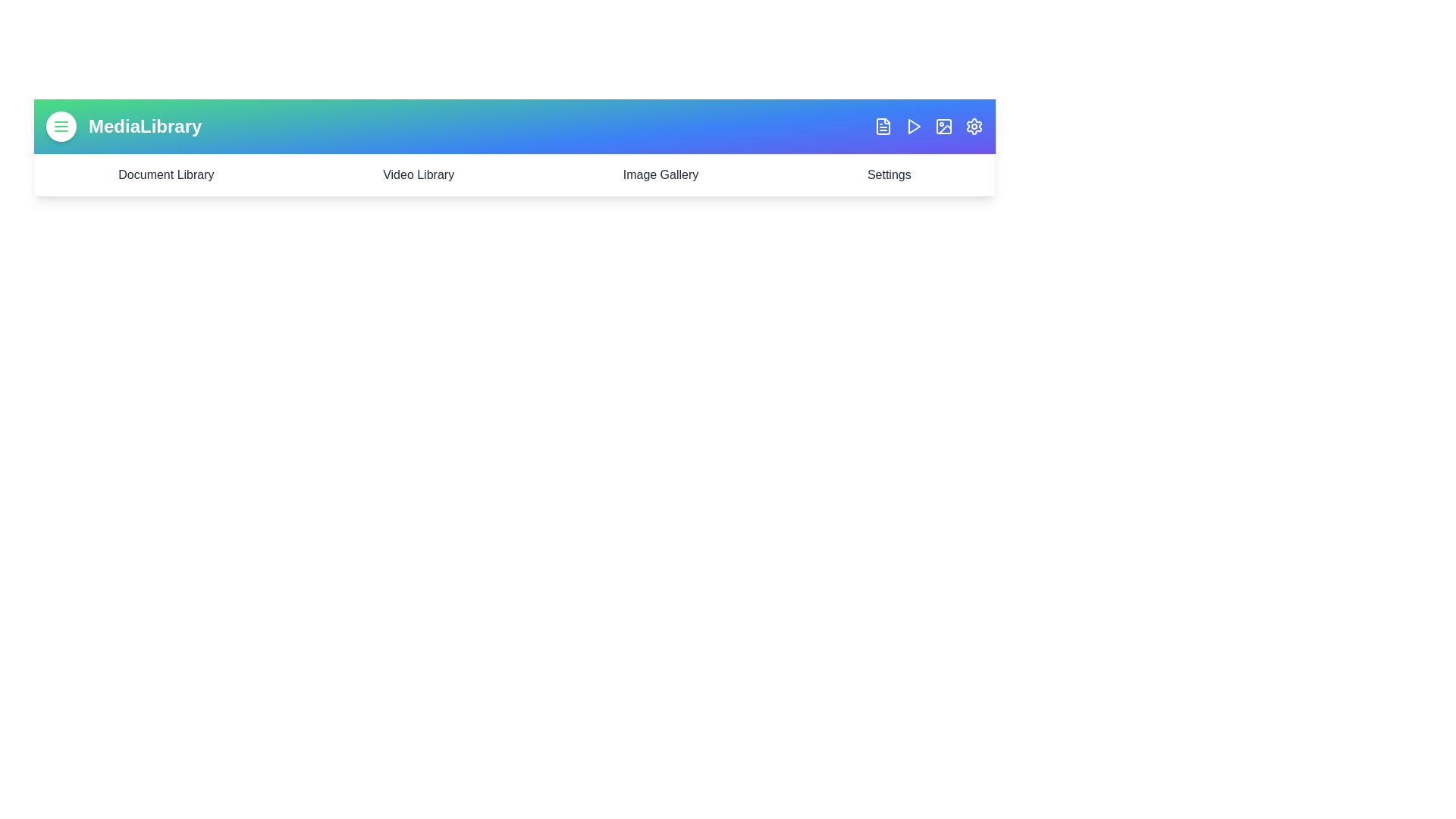  Describe the element at coordinates (145, 125) in the screenshot. I see `the title 'MediaLibrary' displayed in the app bar` at that location.